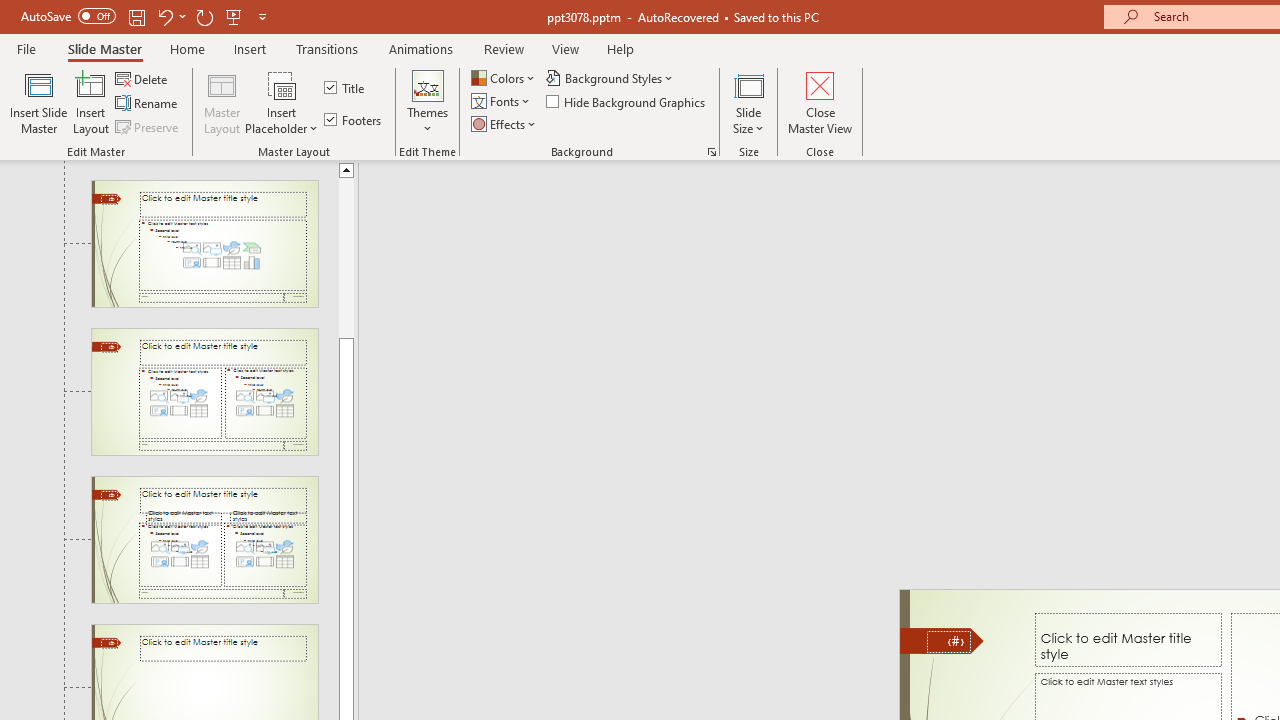 This screenshot has height=720, width=1280. What do you see at coordinates (820, 103) in the screenshot?
I see `'Close Master View'` at bounding box center [820, 103].